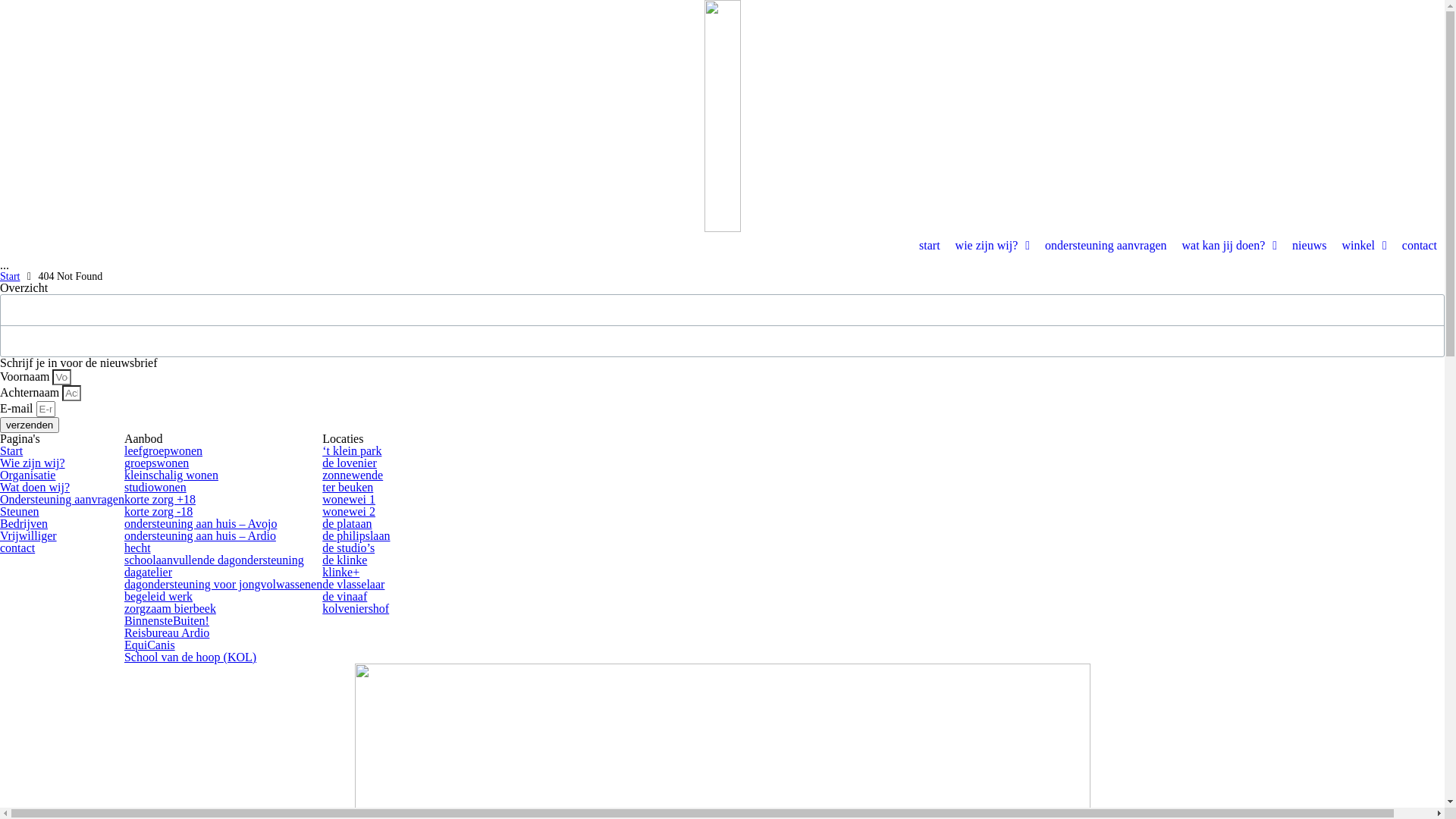  Describe the element at coordinates (1229, 245) in the screenshot. I see `'wat kan jij doen?'` at that location.